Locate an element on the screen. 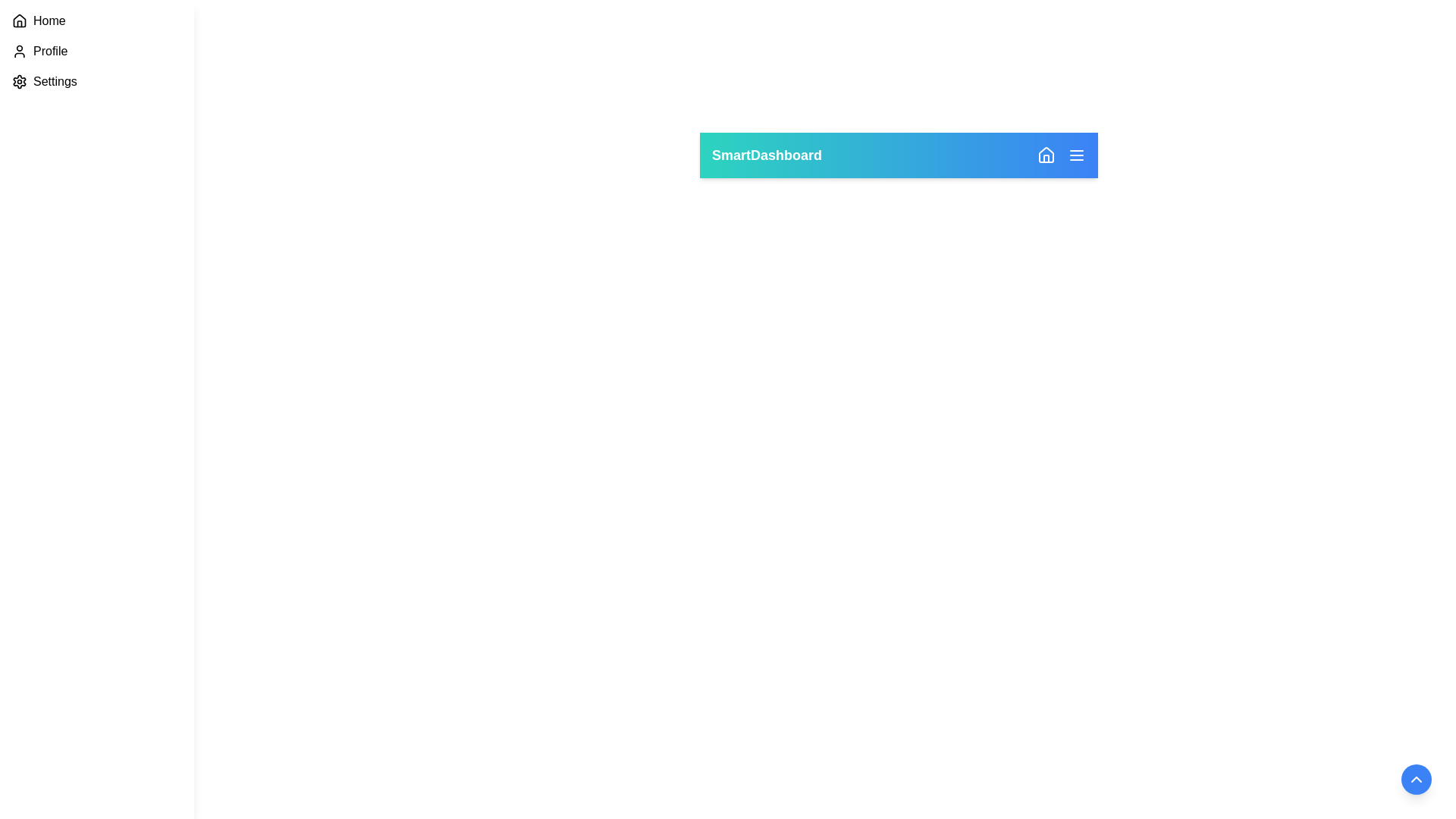  the house icon located in the sidebar navigation panel, which is positioned above the text 'Home.' is located at coordinates (19, 20).